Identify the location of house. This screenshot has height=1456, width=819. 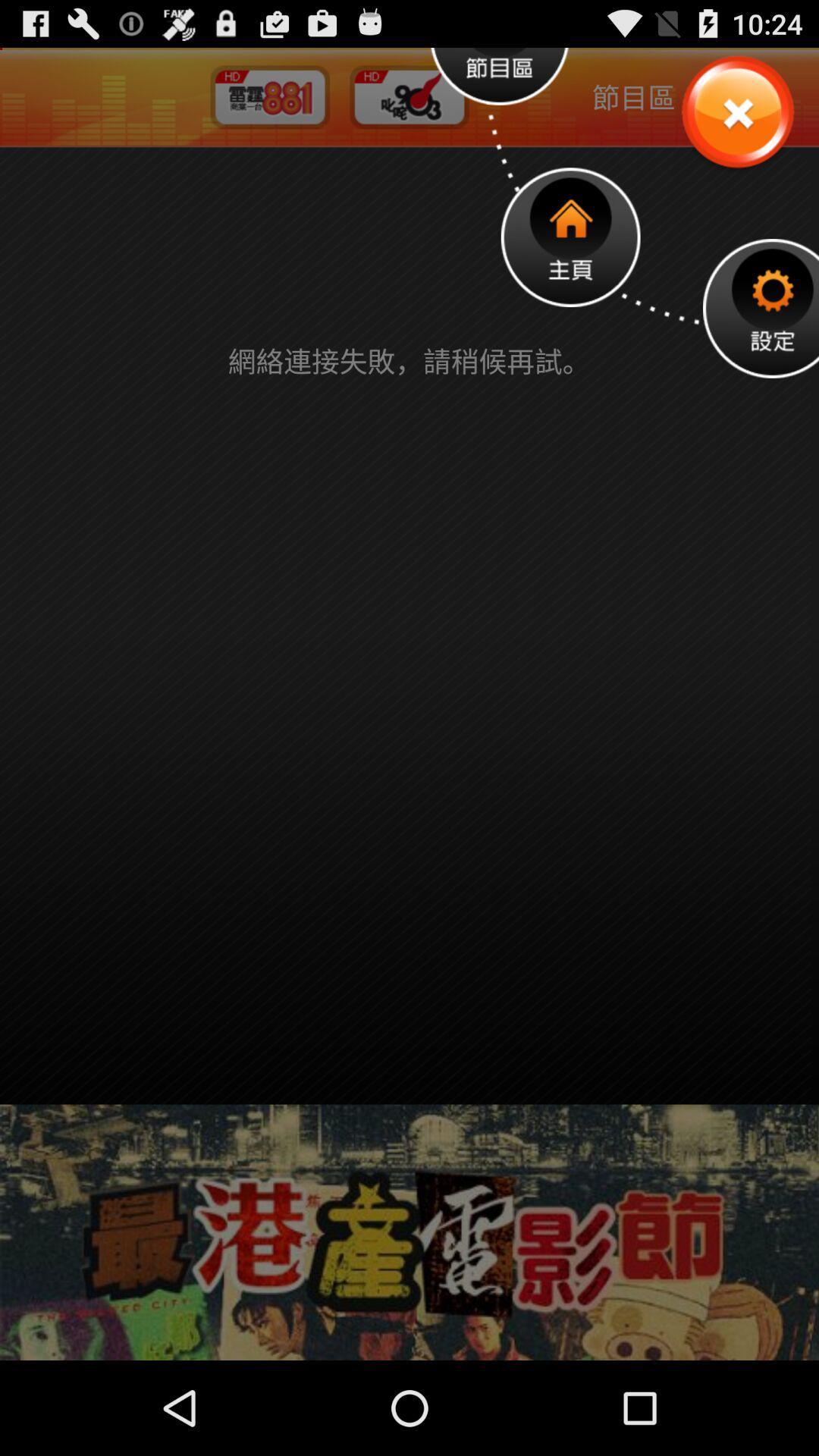
(570, 237).